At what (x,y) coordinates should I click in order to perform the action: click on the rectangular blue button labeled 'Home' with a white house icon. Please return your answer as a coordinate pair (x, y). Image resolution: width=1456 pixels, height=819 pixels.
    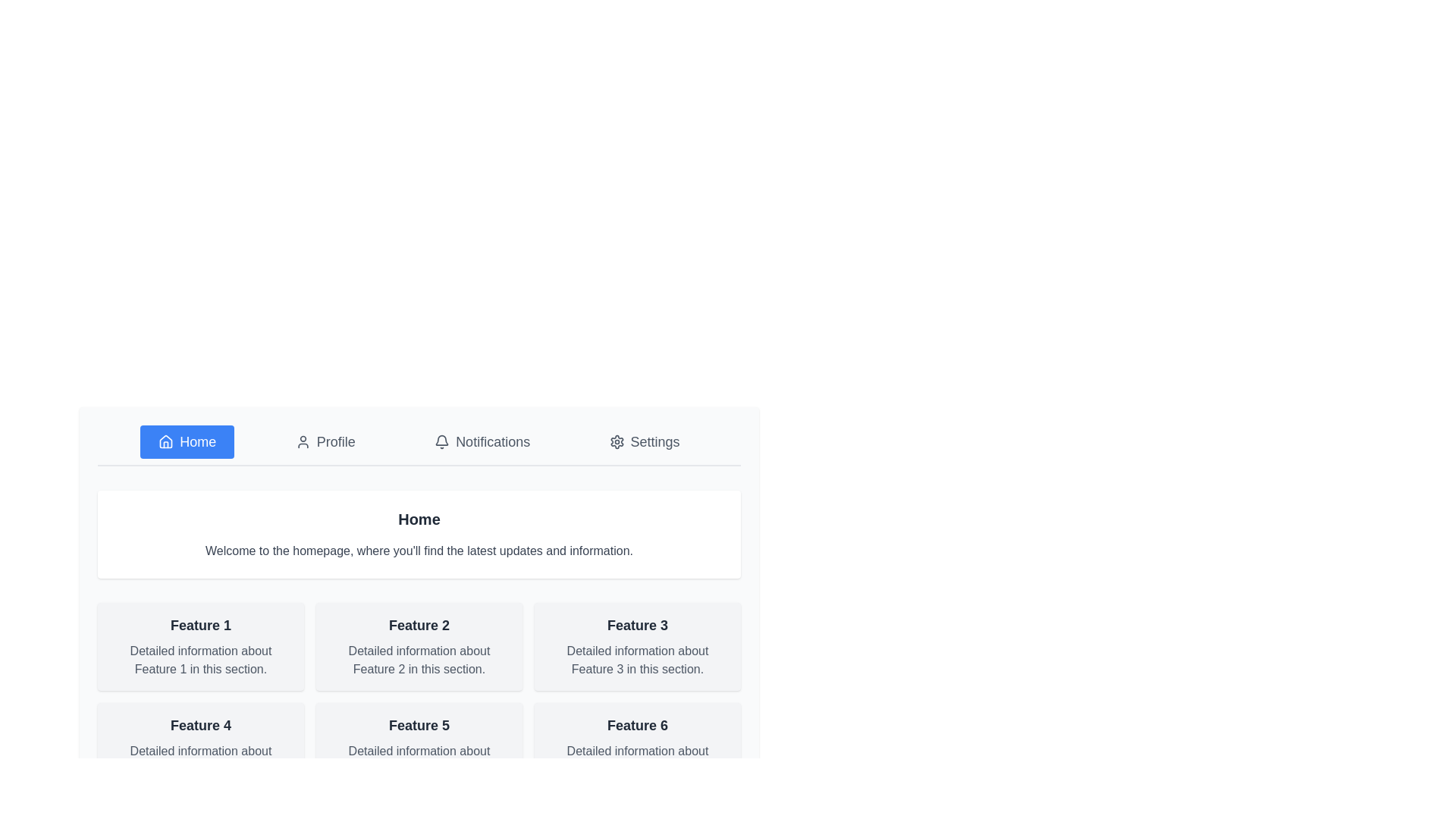
    Looking at the image, I should click on (187, 441).